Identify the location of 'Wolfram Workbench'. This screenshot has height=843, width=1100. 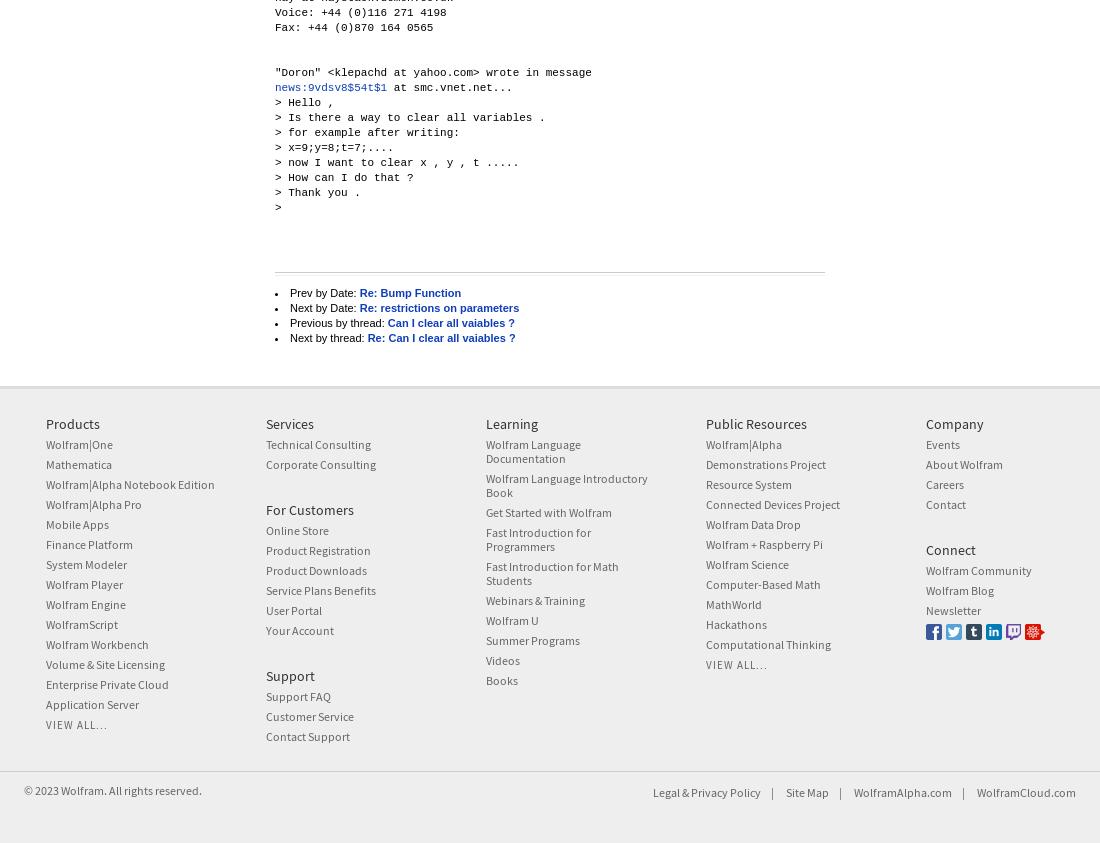
(44, 643).